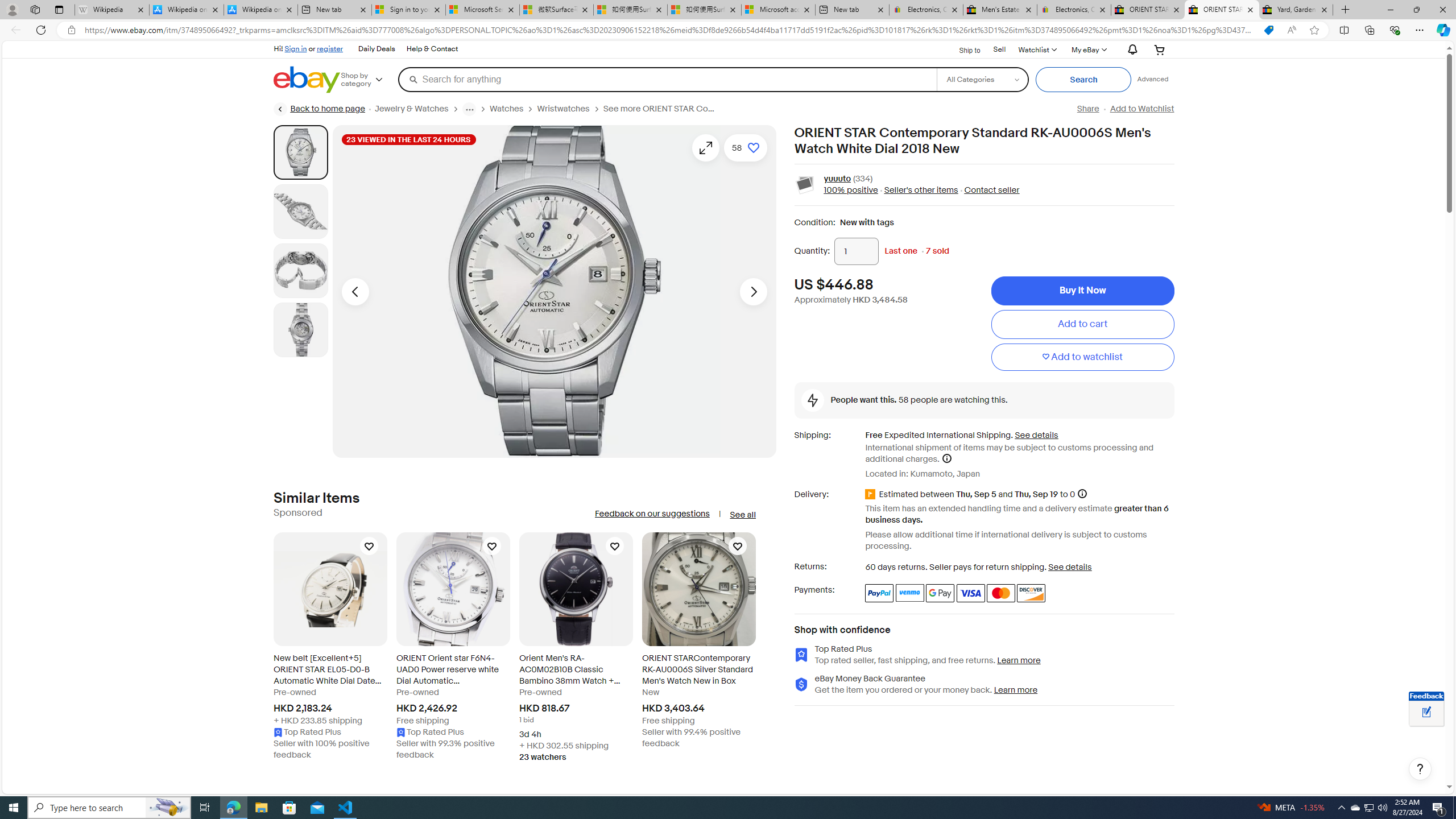  I want to click on 'Class: ux-action', so click(804, 185).